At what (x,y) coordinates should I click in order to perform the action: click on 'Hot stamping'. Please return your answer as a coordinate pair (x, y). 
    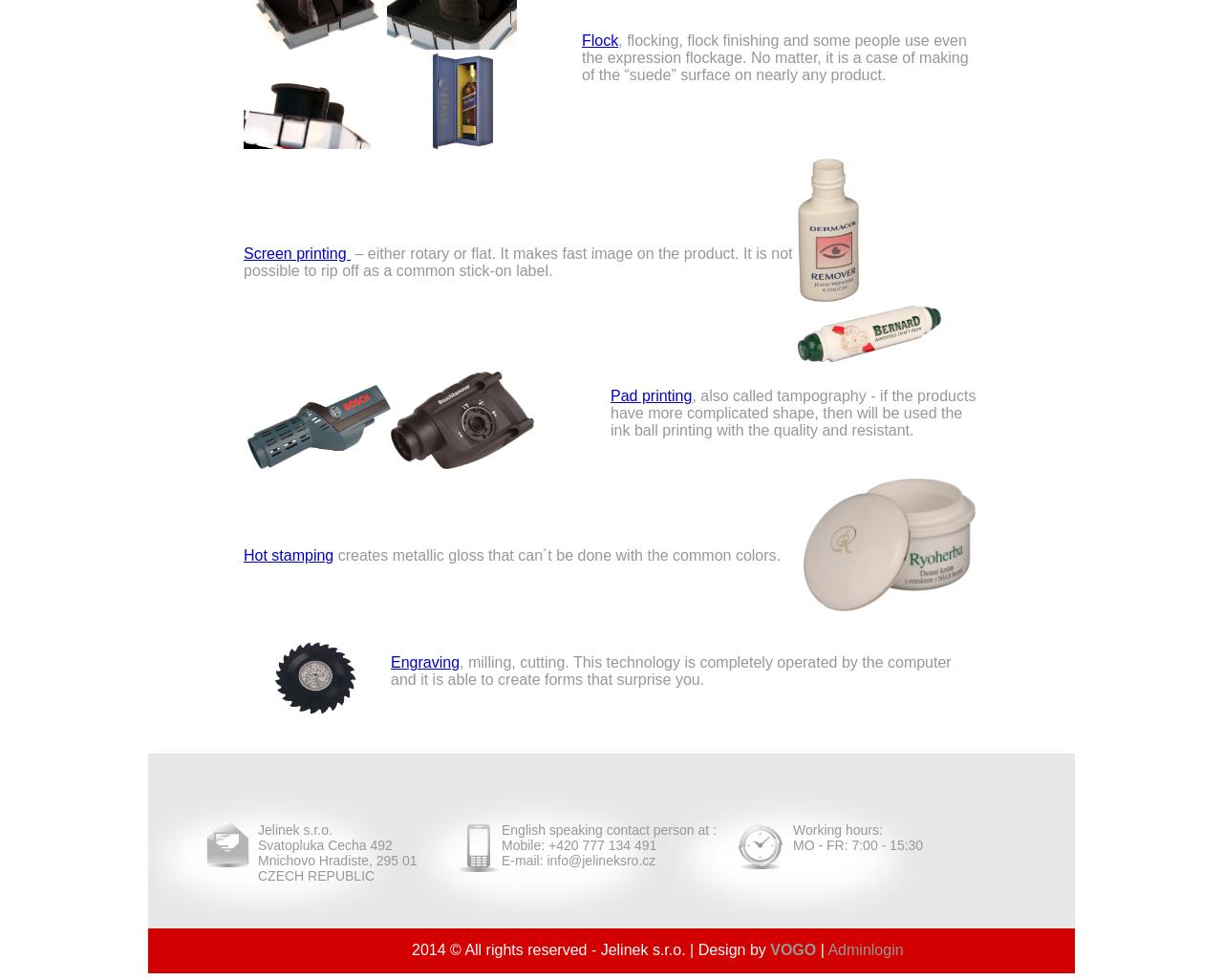
    Looking at the image, I should click on (242, 553).